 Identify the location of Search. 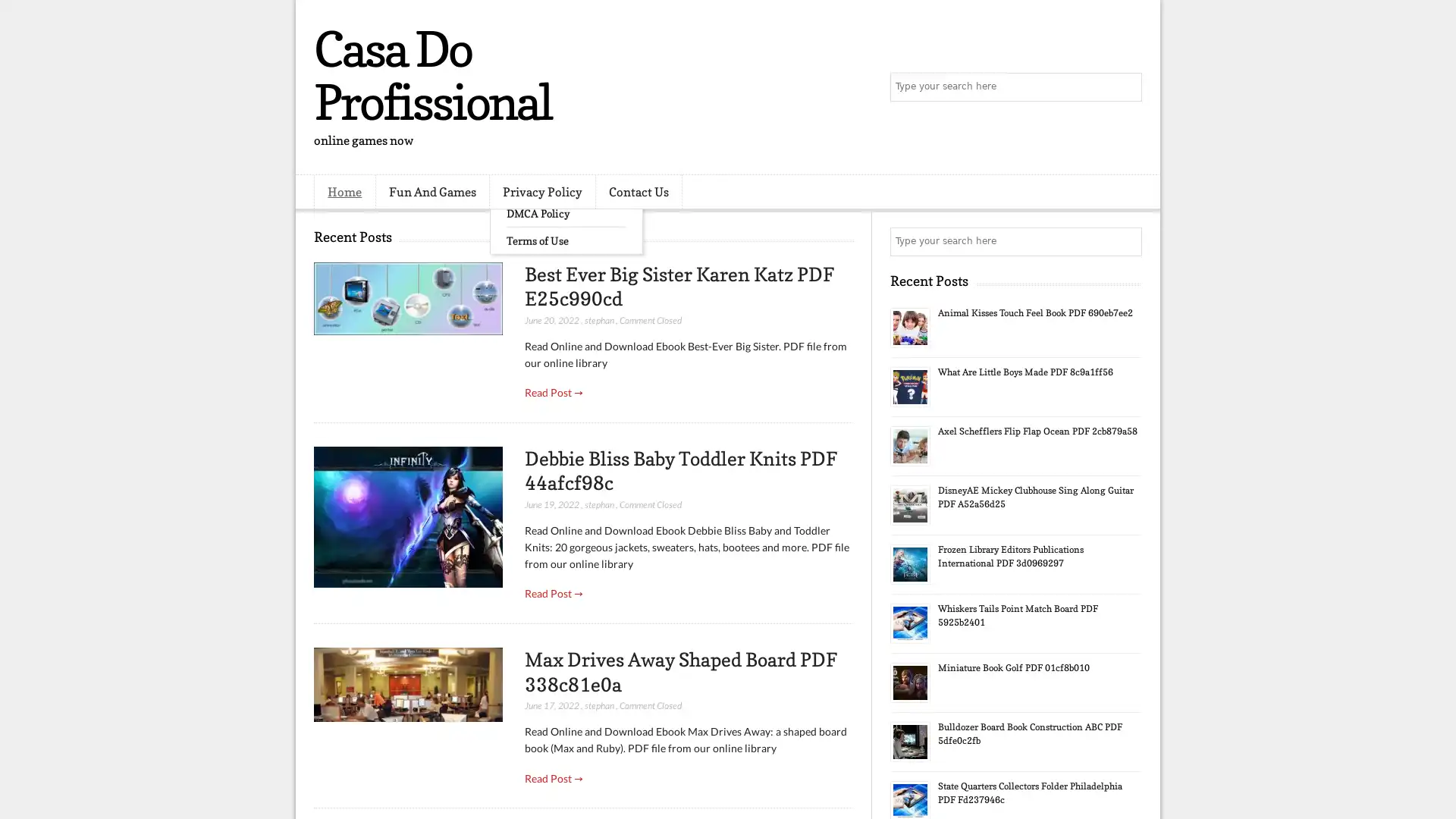
(1126, 241).